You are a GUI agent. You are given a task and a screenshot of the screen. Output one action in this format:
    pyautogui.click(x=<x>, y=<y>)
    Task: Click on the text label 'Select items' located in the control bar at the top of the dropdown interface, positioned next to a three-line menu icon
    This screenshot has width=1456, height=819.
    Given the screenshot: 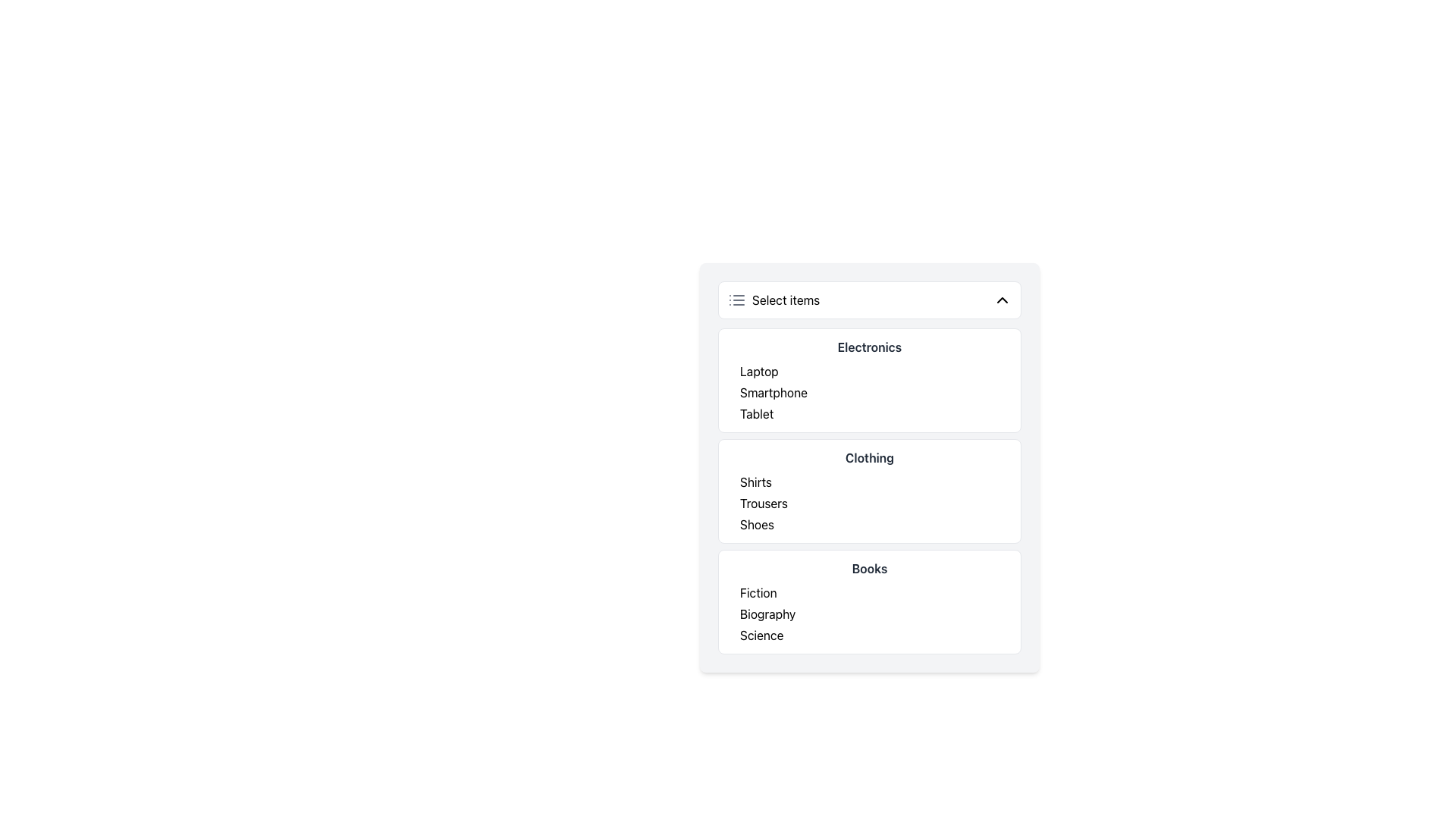 What is the action you would take?
    pyautogui.click(x=786, y=300)
    